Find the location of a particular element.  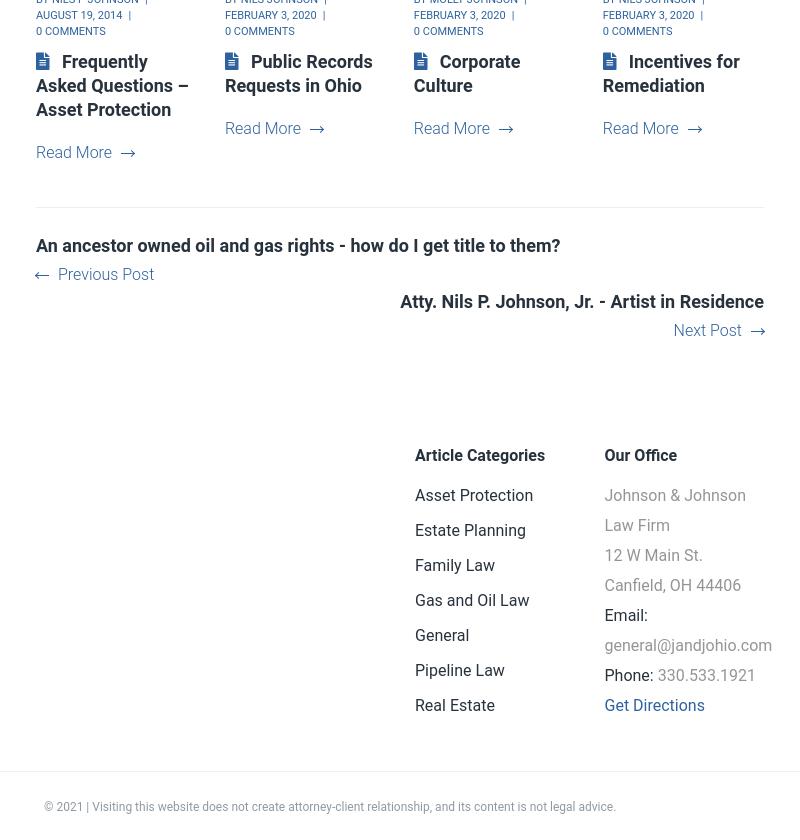

'330.533.1921' is located at coordinates (703, 675).